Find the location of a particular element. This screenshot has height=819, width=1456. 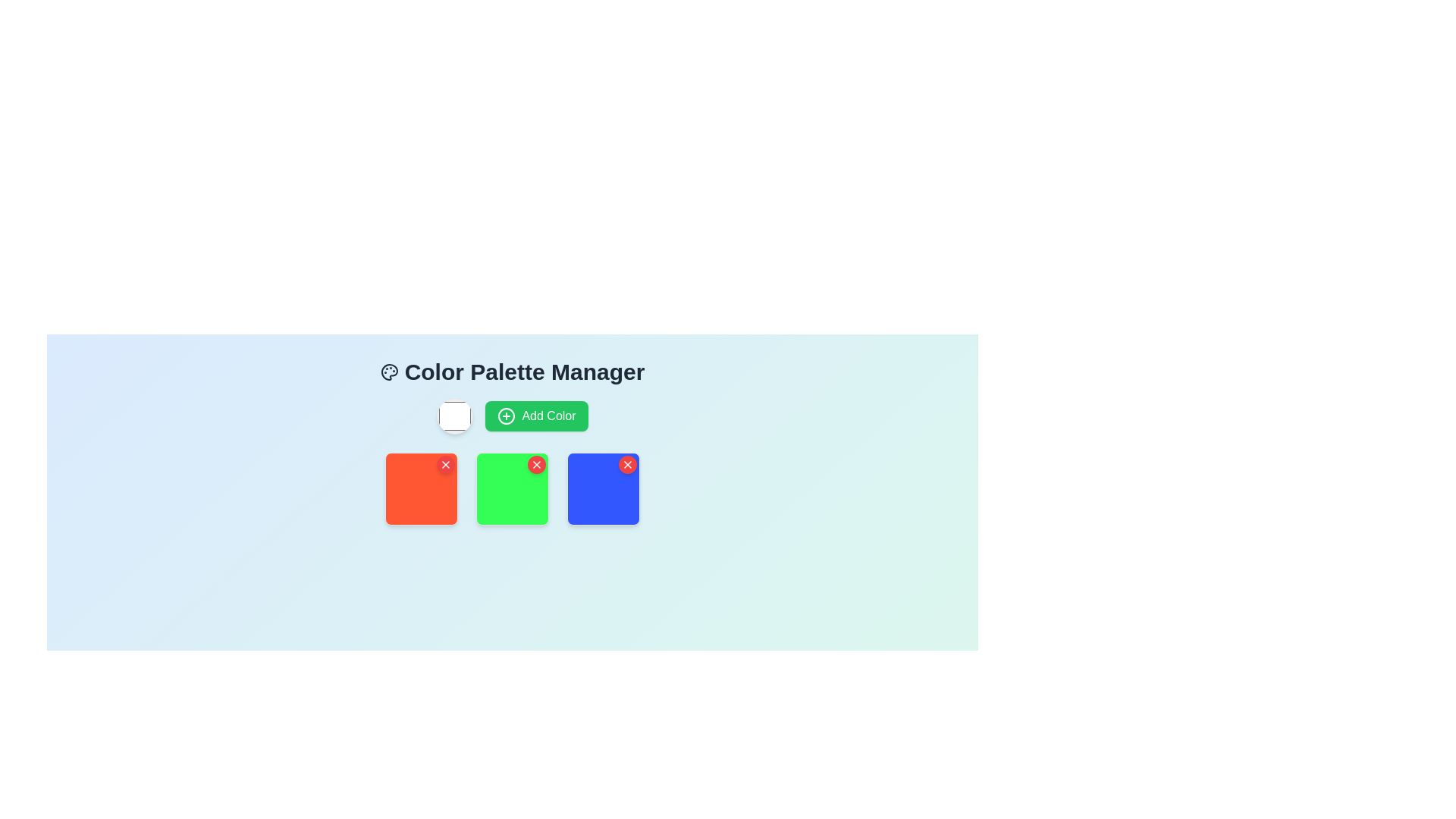

the green 'Add Color' button with rounded corners, which contains the white text 'Add Color' and an icon resembling a circle with a plus sign is located at coordinates (513, 416).